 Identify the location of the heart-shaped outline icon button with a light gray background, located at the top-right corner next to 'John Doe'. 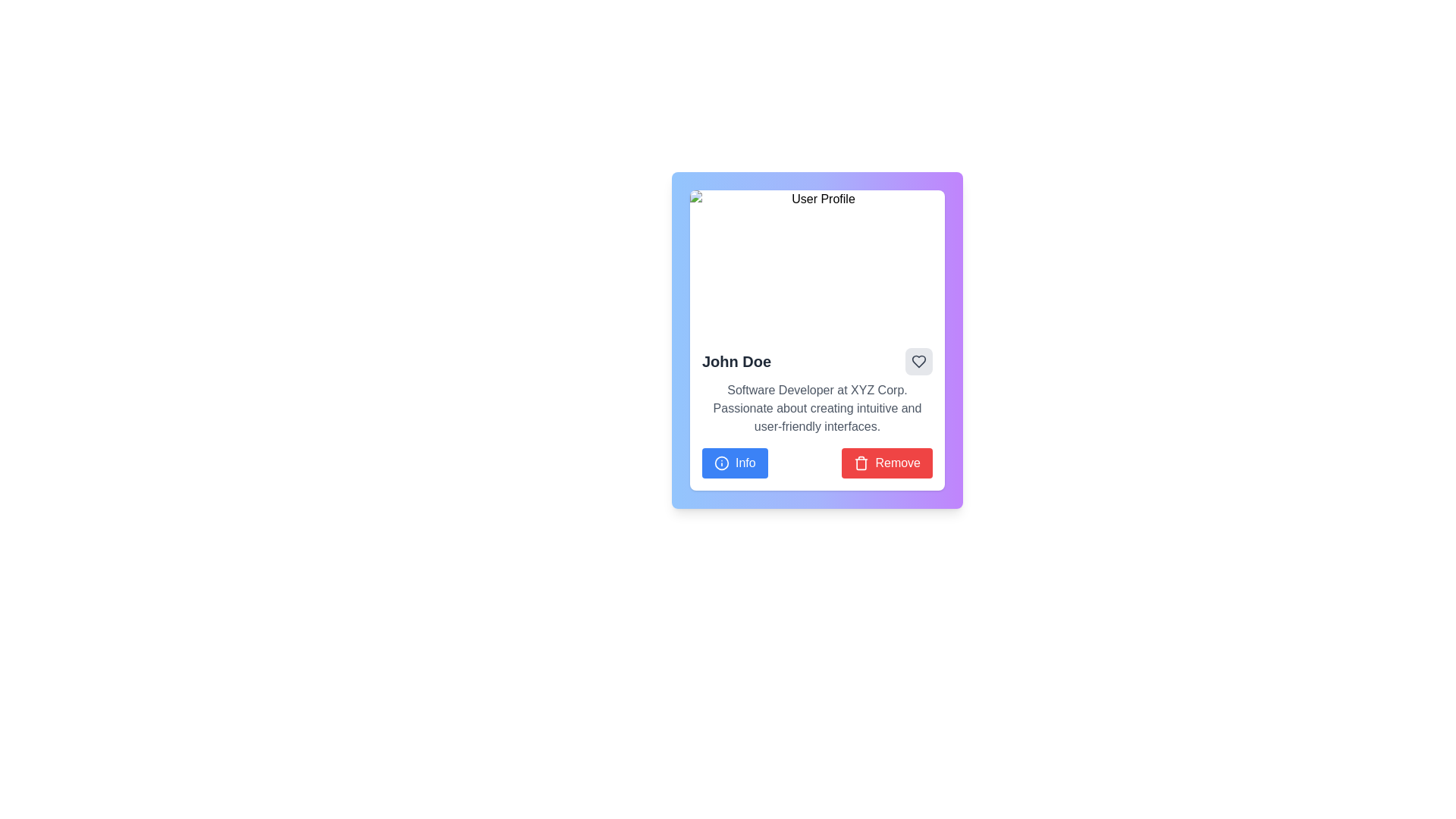
(918, 362).